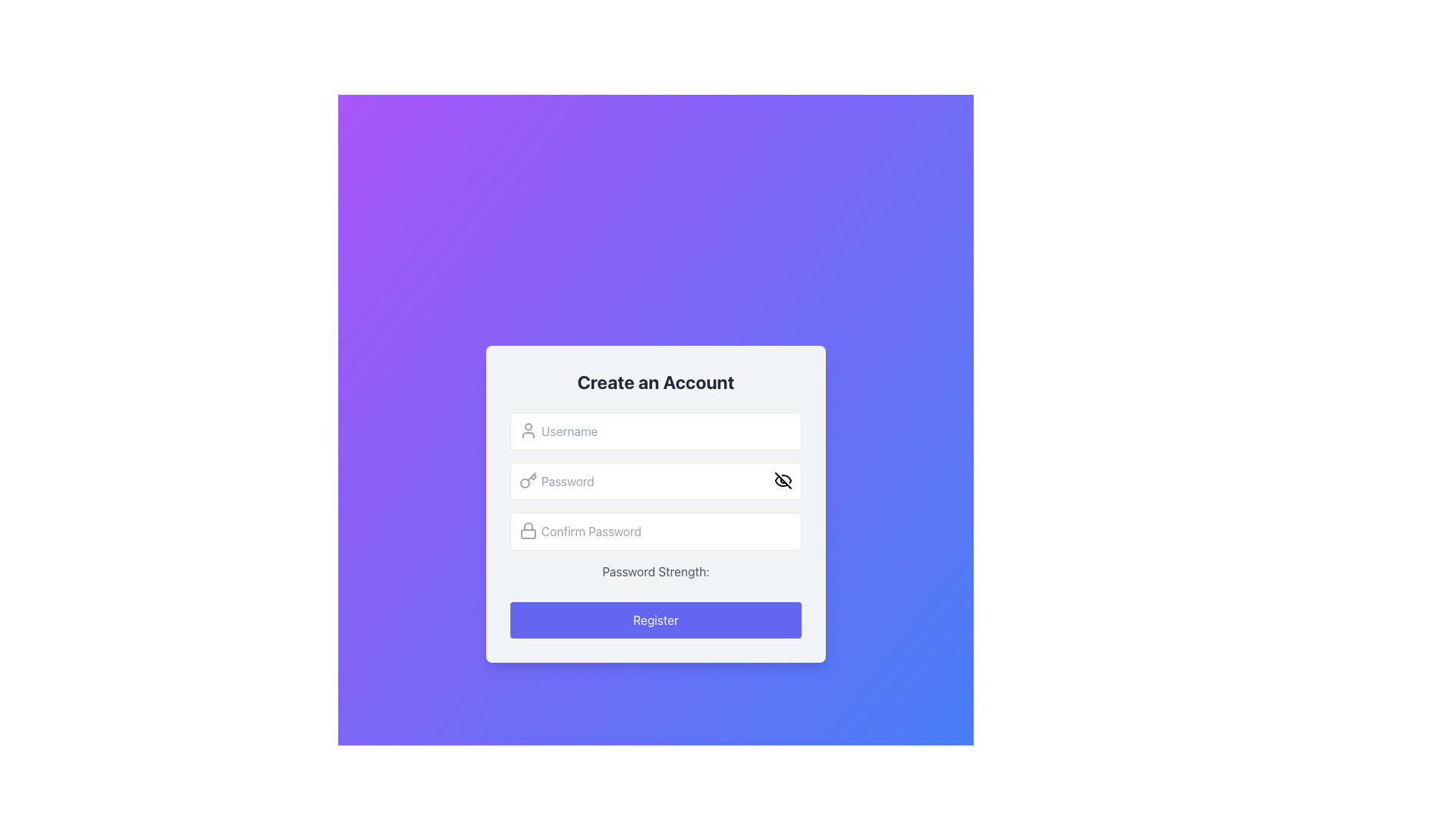  Describe the element at coordinates (655, 571) in the screenshot. I see `the 'Password Strength:' label, which is displayed in gray text within a card-like UI, located beneath the password confirmation field` at that location.